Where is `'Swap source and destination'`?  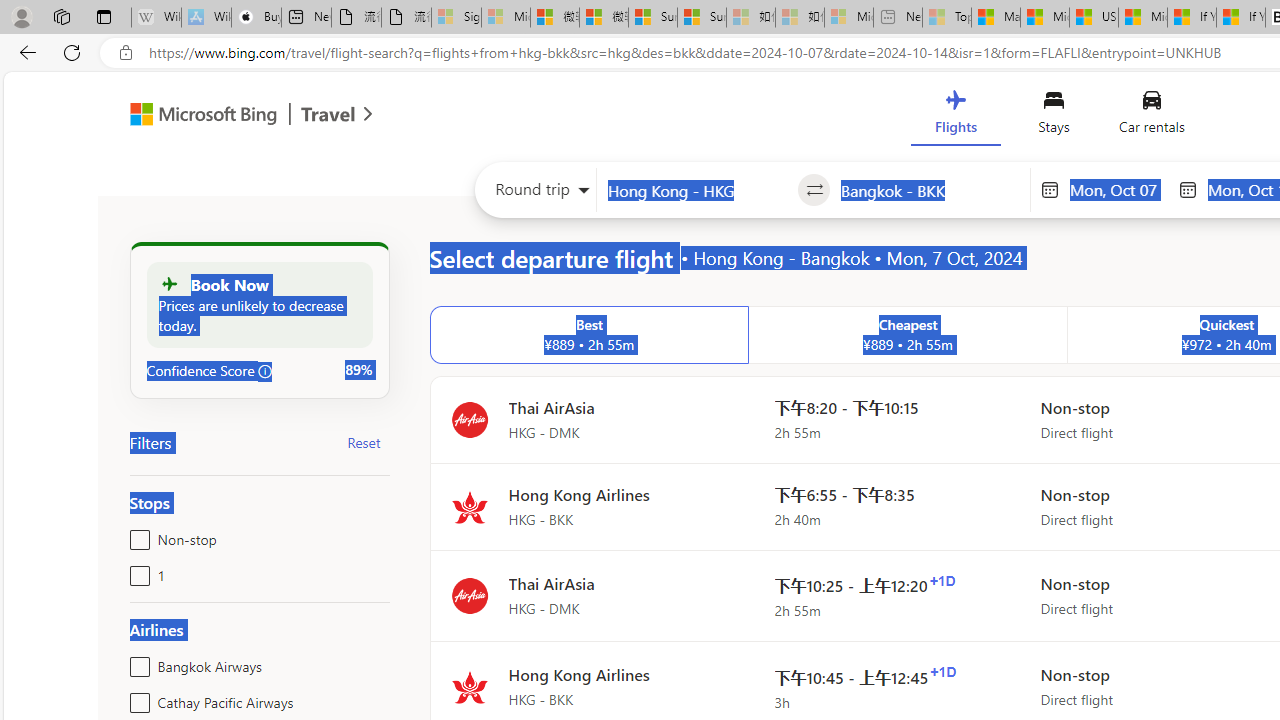
'Swap source and destination' is located at coordinates (814, 190).